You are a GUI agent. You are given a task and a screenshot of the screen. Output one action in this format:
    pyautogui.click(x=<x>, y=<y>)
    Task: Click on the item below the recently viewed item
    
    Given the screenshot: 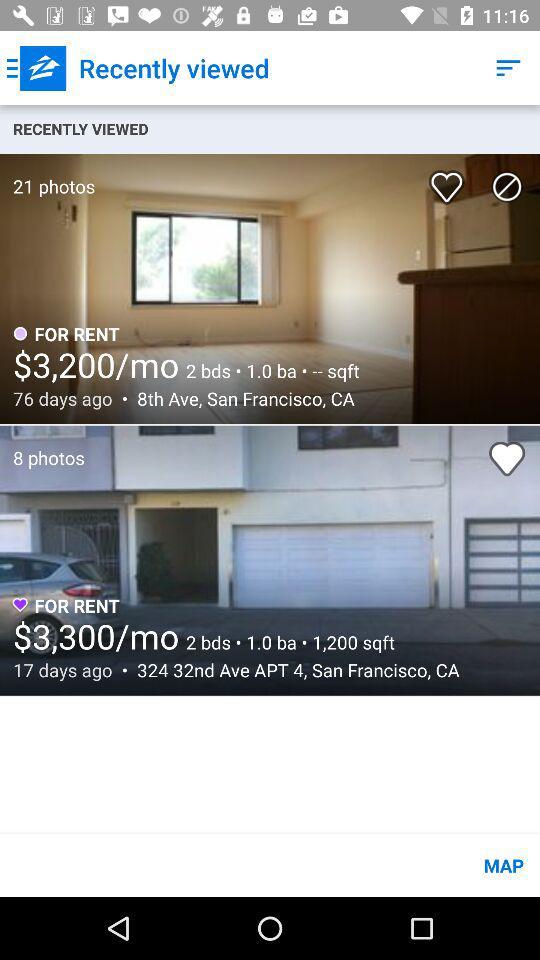 What is the action you would take?
    pyautogui.click(x=47, y=175)
    